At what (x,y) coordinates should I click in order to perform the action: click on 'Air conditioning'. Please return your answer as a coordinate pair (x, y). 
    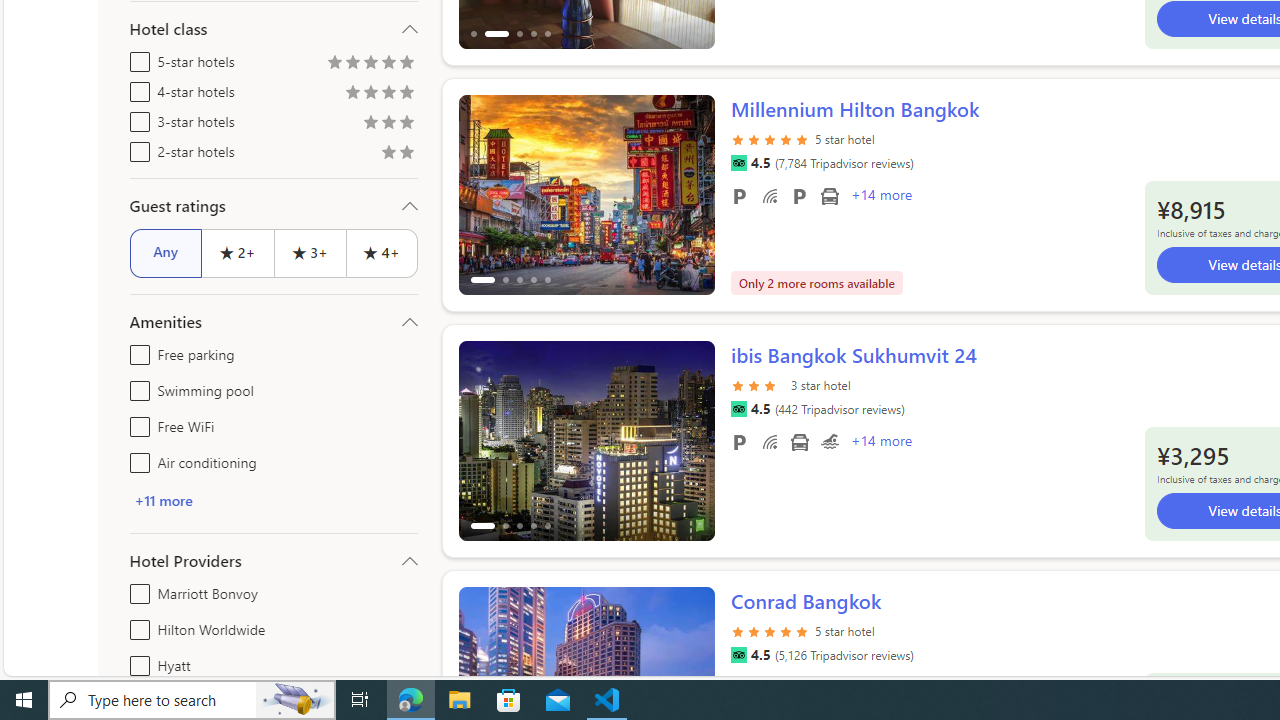
    Looking at the image, I should click on (135, 459).